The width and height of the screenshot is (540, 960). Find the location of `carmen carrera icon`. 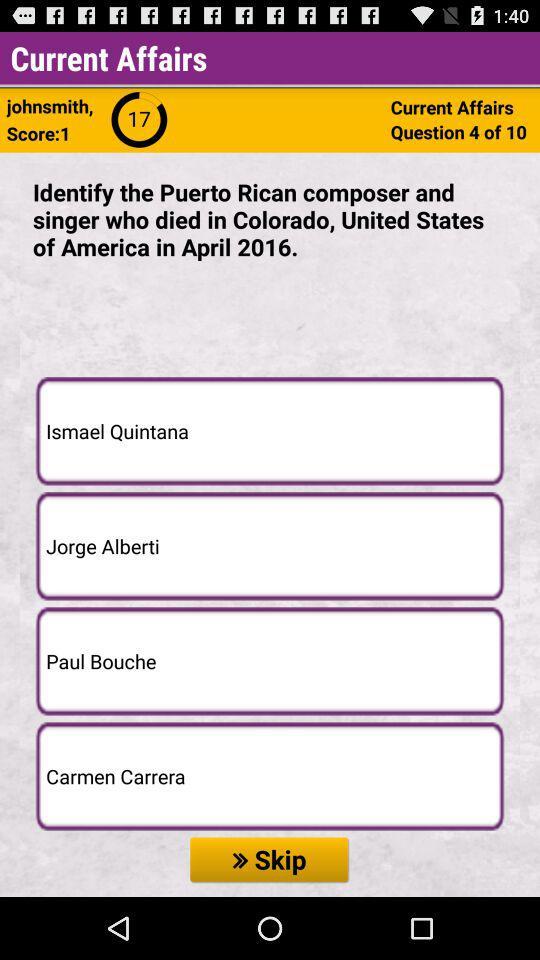

carmen carrera icon is located at coordinates (270, 775).